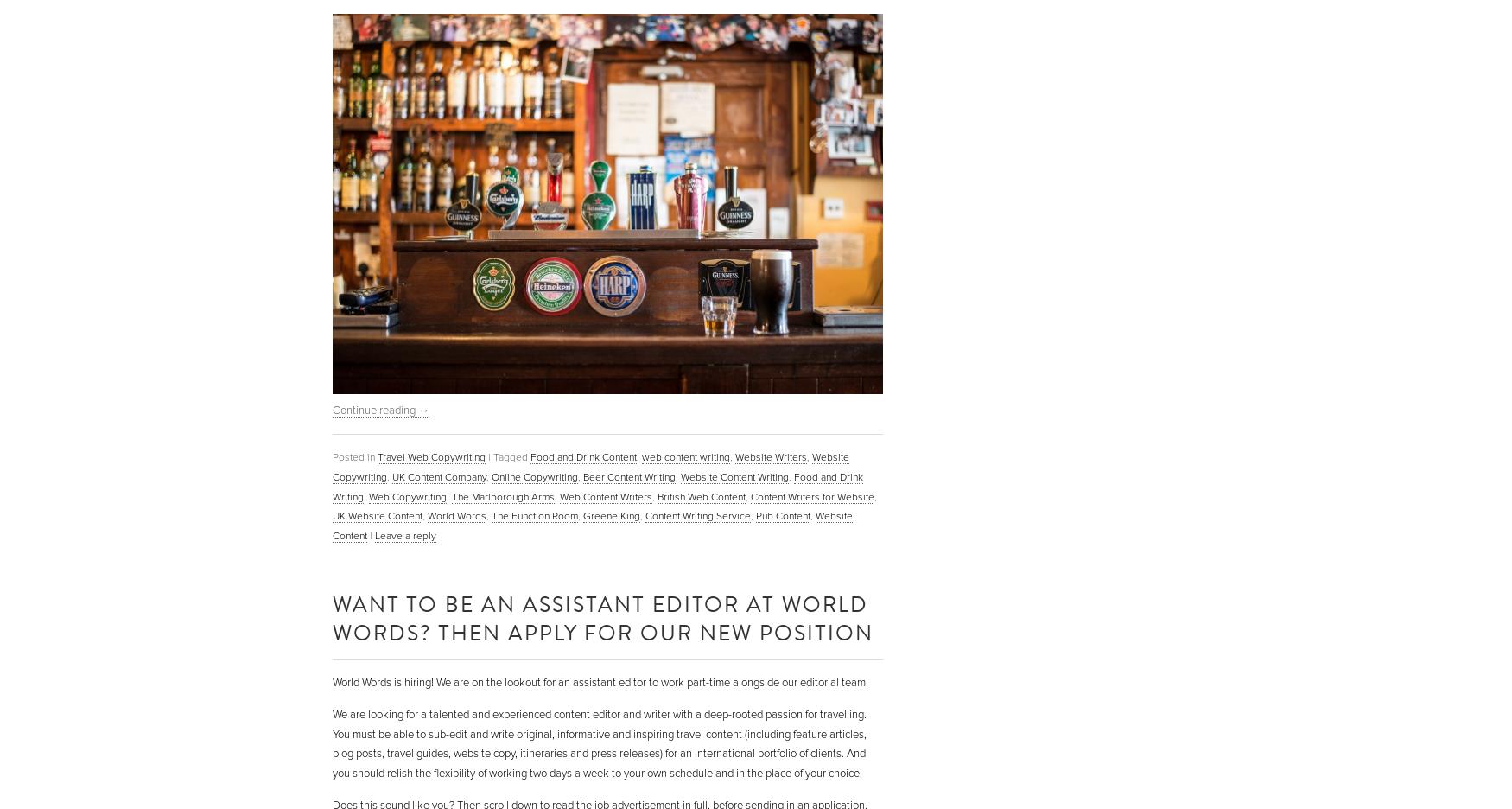 The image size is (1512, 809). Describe the element at coordinates (756, 515) in the screenshot. I see `'Pub Content'` at that location.